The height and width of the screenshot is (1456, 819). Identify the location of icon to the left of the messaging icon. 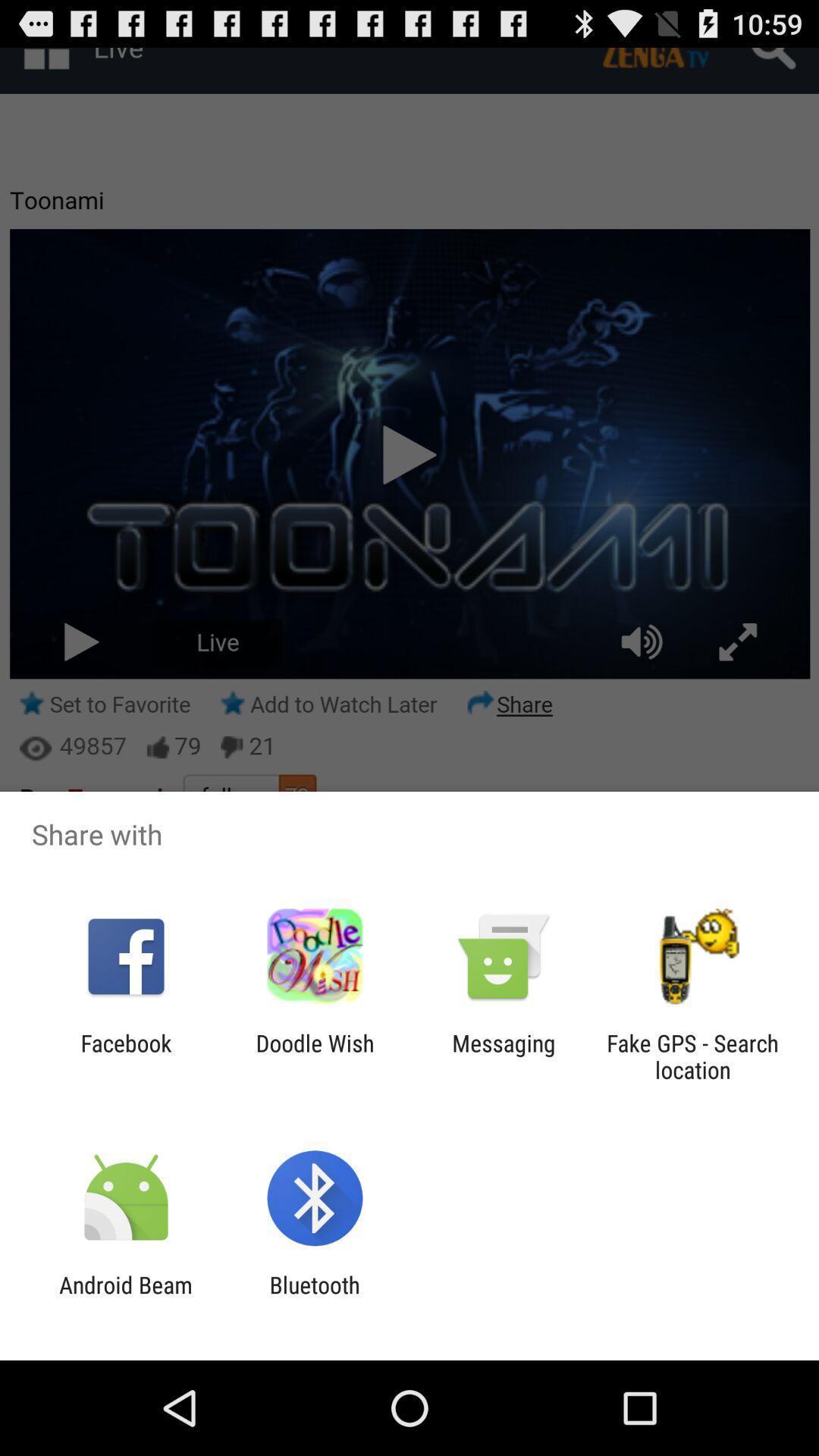
(314, 1056).